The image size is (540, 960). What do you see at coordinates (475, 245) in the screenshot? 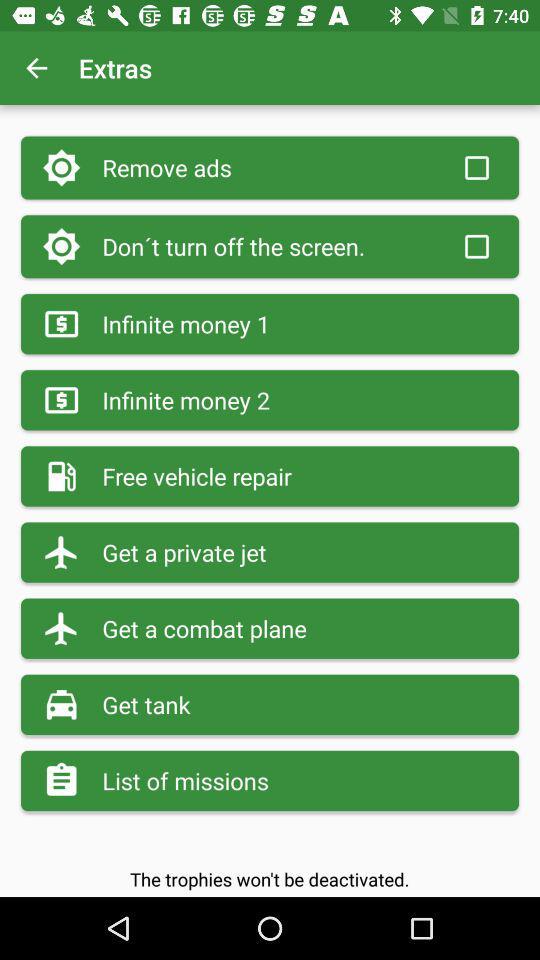
I see `the item next to the don t turn icon` at bounding box center [475, 245].